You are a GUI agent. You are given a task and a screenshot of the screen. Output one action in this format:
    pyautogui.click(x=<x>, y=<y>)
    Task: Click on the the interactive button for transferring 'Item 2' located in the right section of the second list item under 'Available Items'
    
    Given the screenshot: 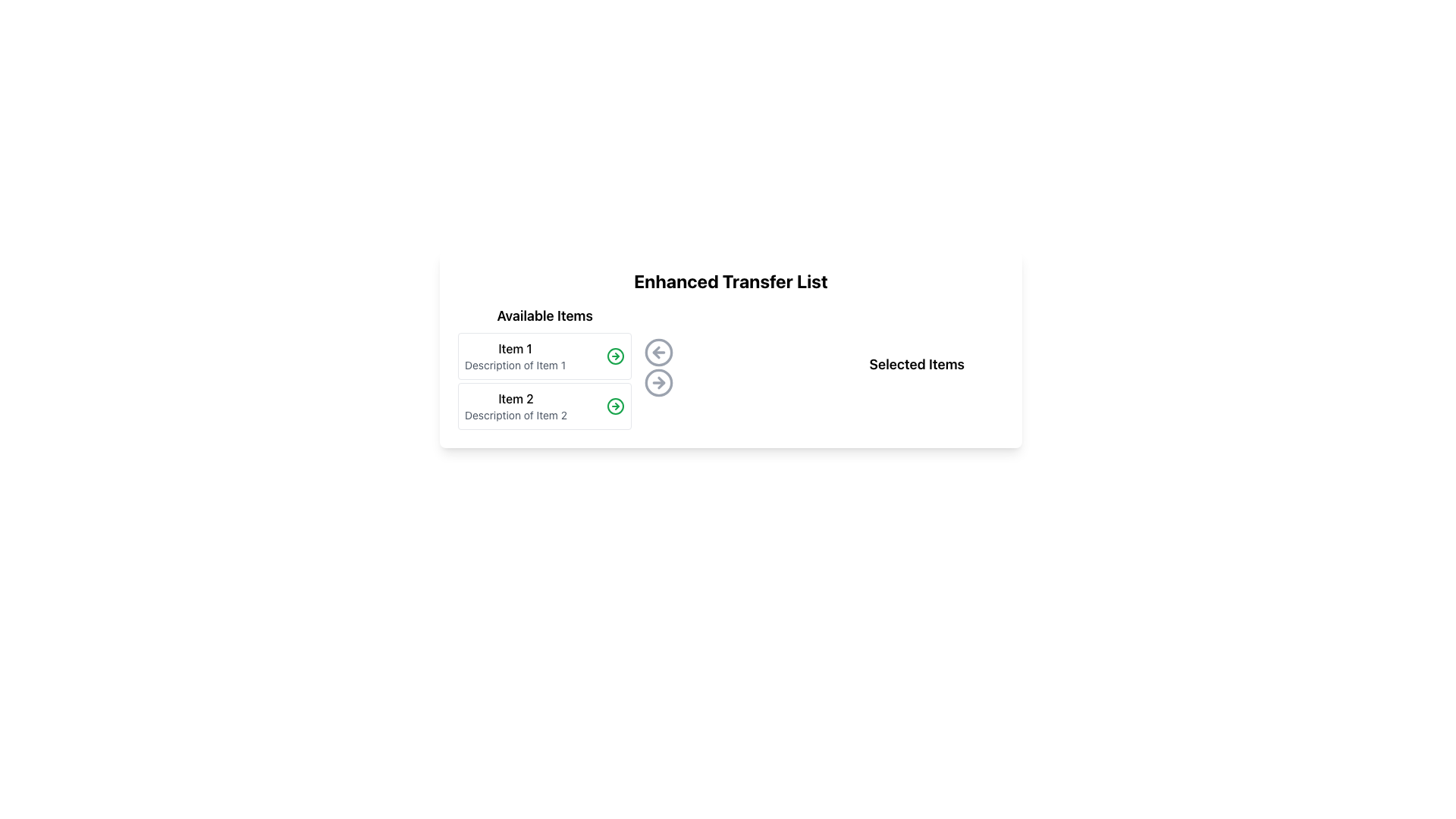 What is the action you would take?
    pyautogui.click(x=616, y=406)
    